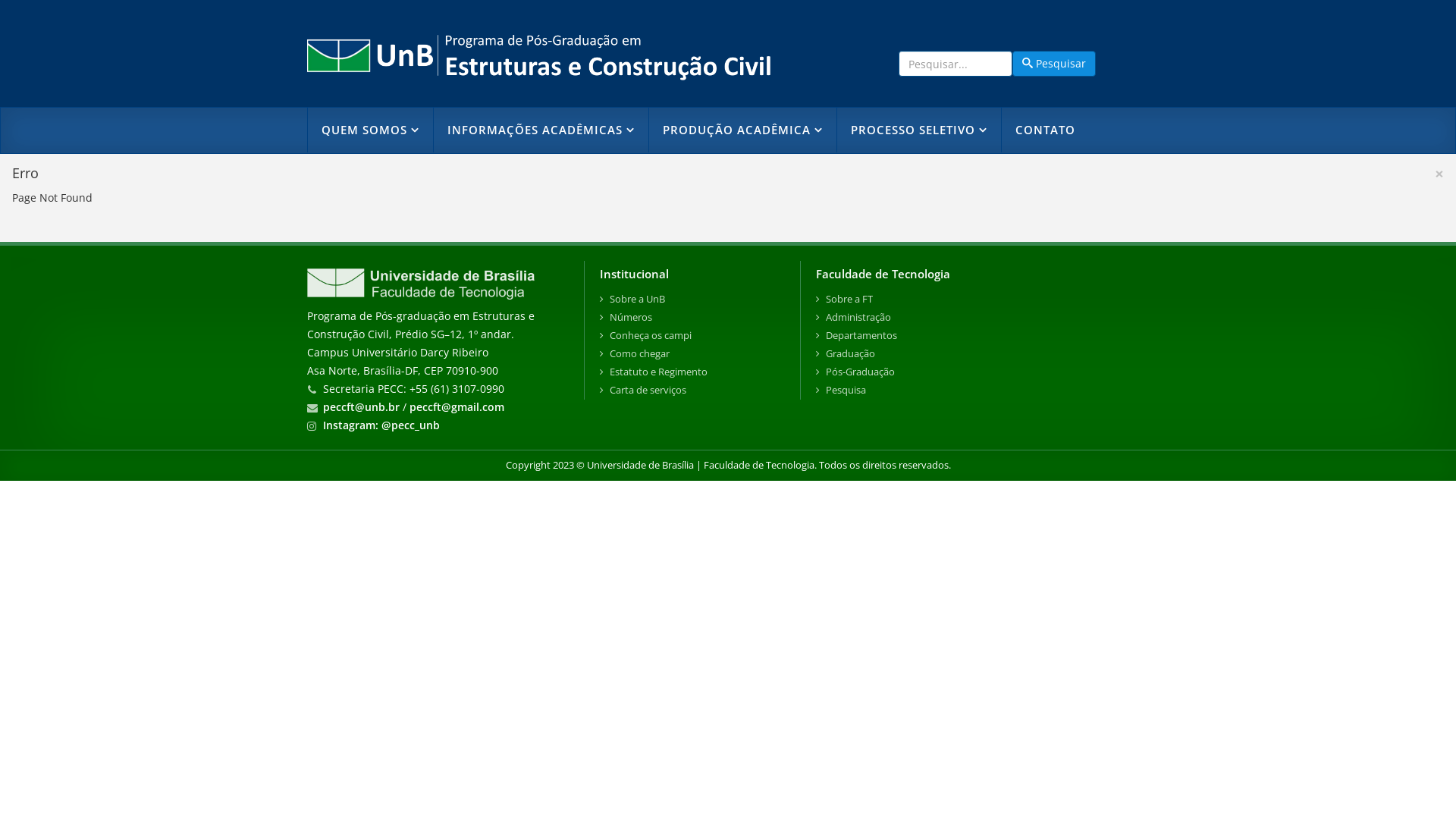 This screenshot has height=819, width=1456. Describe the element at coordinates (370, 129) in the screenshot. I see `'QUEM SOMOS'` at that location.